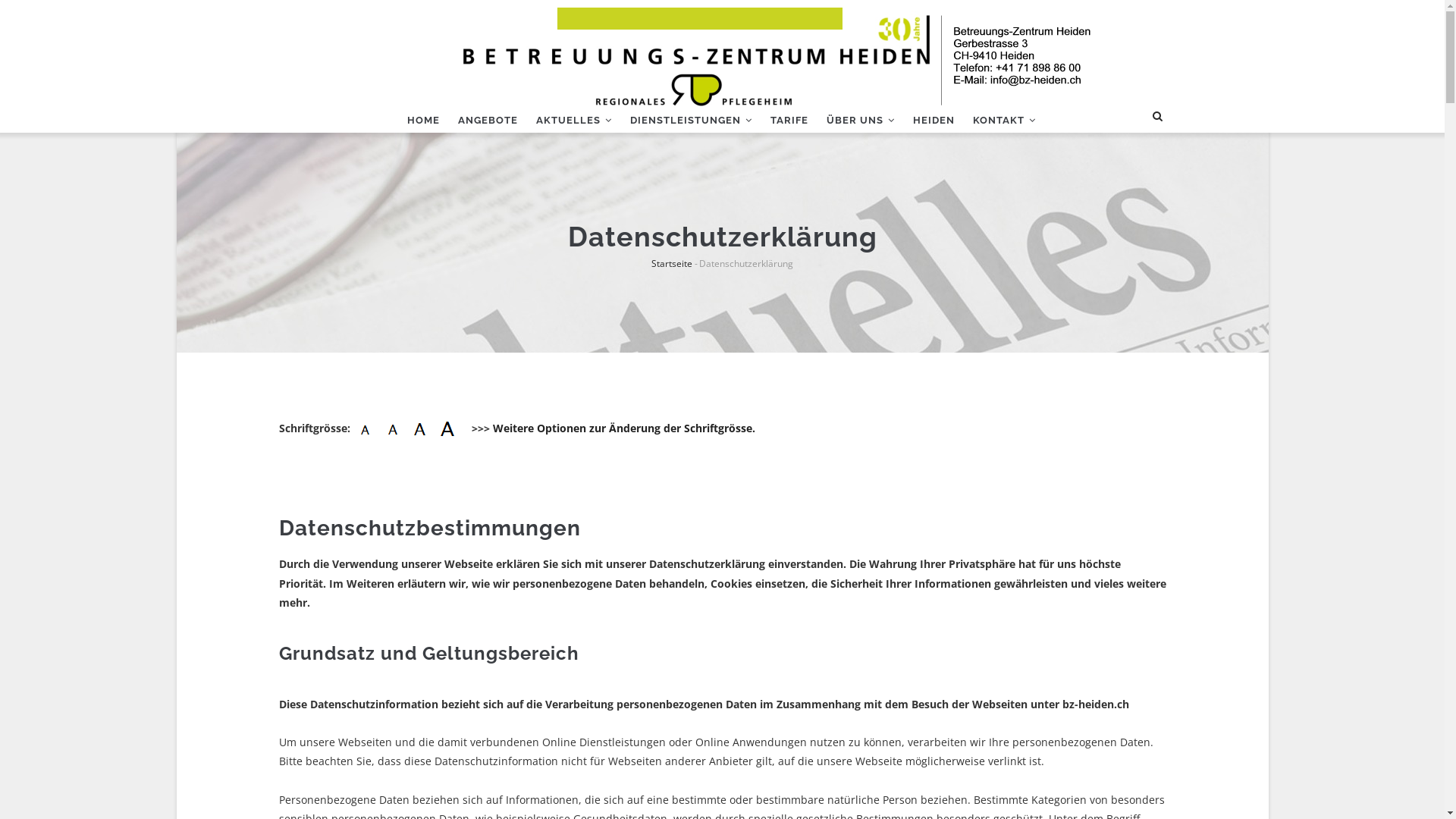 This screenshot has width=1456, height=819. What do you see at coordinates (488, 119) in the screenshot?
I see `'ANGEBOTE'` at bounding box center [488, 119].